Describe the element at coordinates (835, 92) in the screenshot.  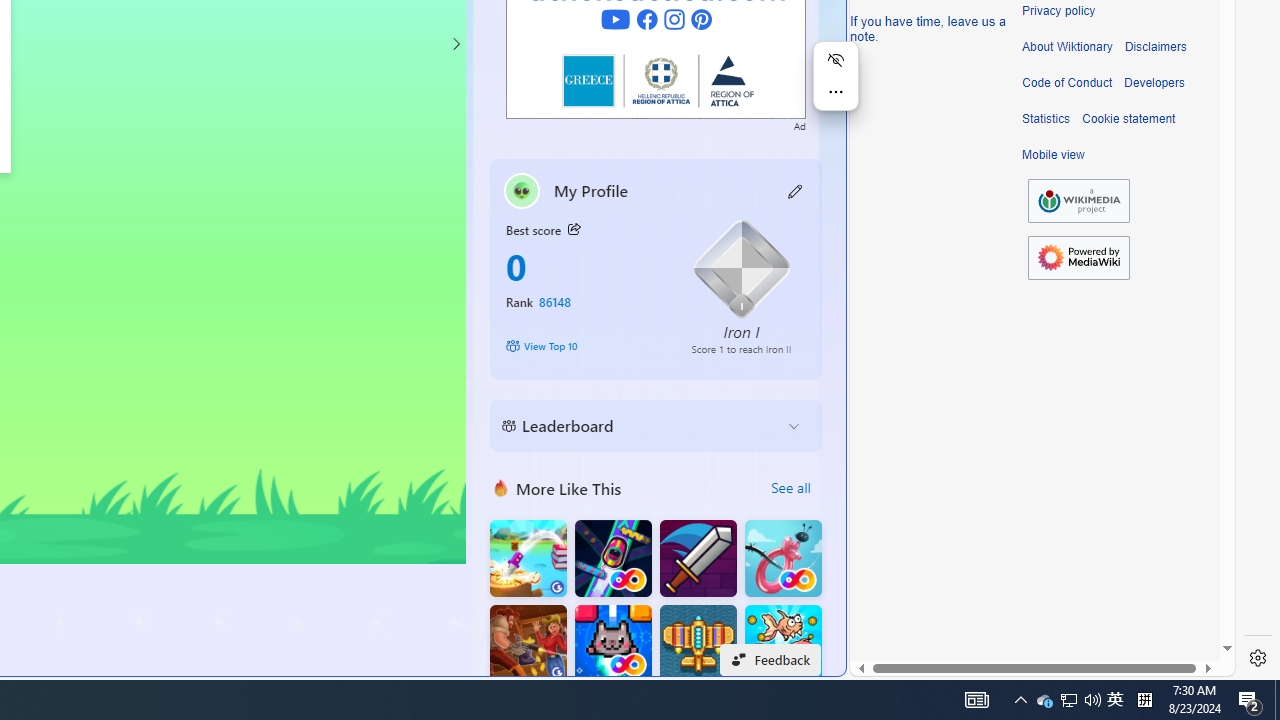
I see `'More actions'` at that location.